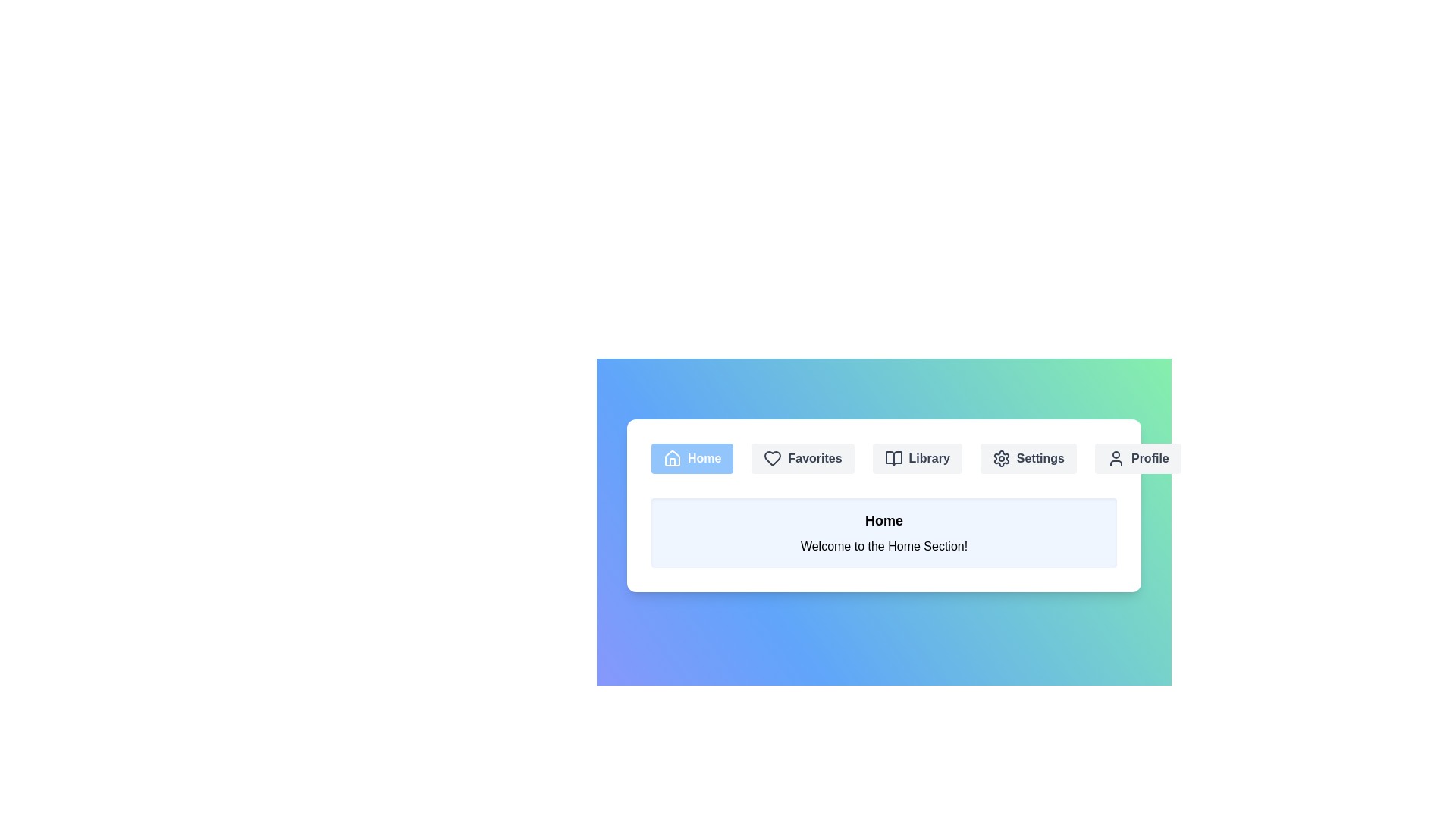 The width and height of the screenshot is (1456, 819). Describe the element at coordinates (672, 457) in the screenshot. I see `the 'Home' icon located in the navigation bar at the top of the interface, which symbolizes the home section and is the first icon from the left` at that location.